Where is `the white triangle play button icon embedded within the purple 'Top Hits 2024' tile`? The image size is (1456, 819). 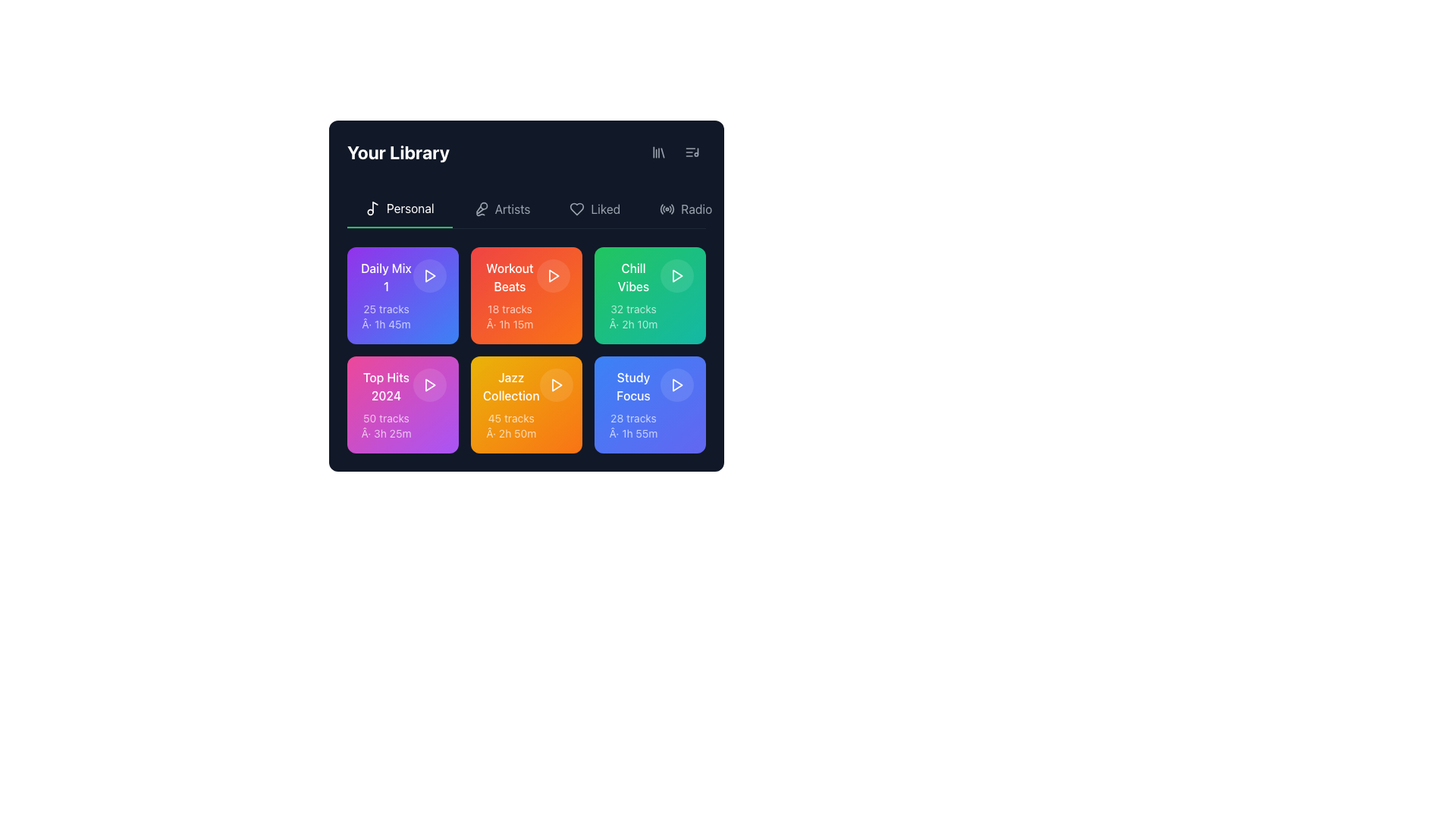 the white triangle play button icon embedded within the purple 'Top Hits 2024' tile is located at coordinates (429, 384).